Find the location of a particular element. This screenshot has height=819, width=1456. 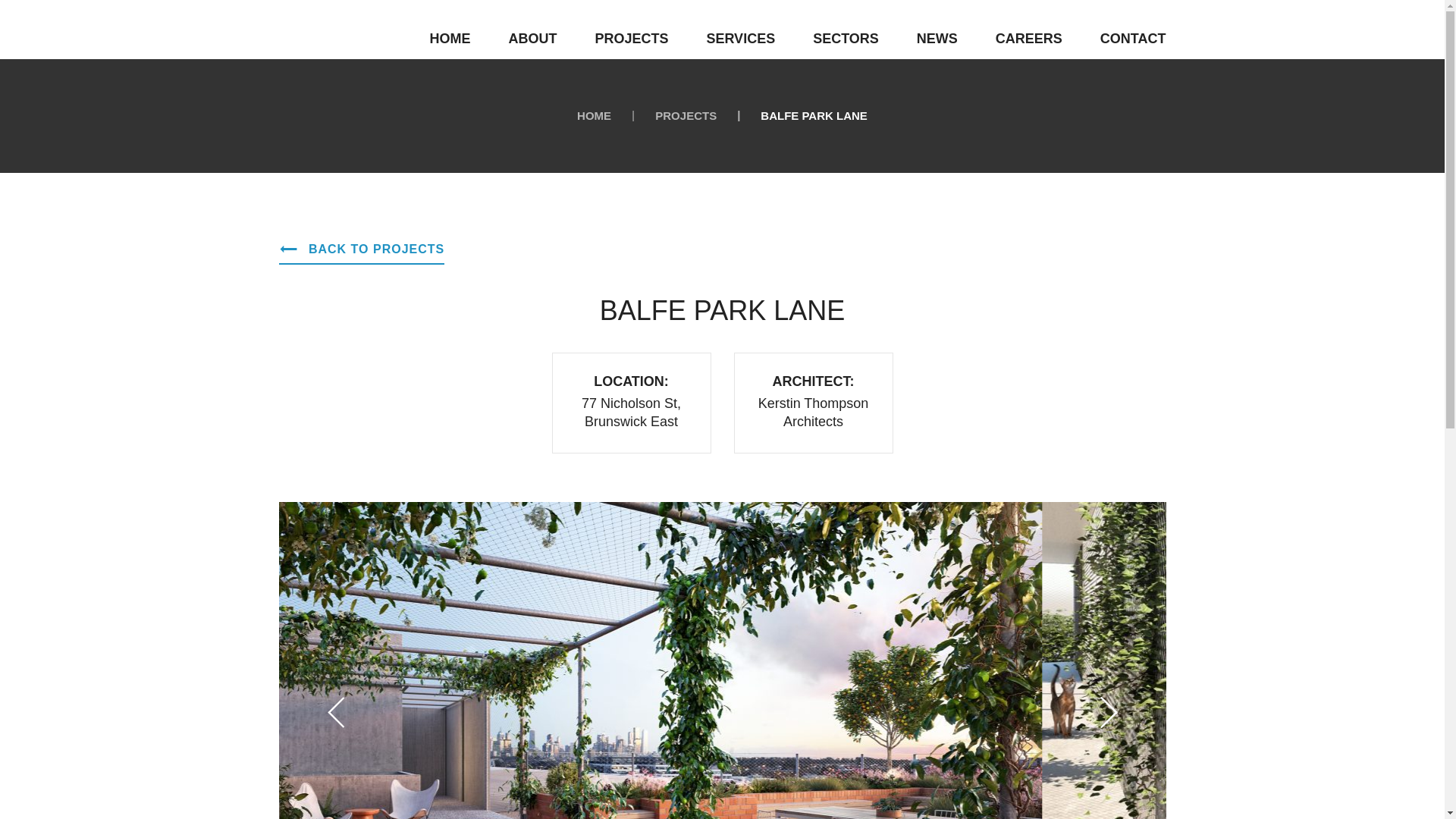

'ABOUT' is located at coordinates (532, 37).